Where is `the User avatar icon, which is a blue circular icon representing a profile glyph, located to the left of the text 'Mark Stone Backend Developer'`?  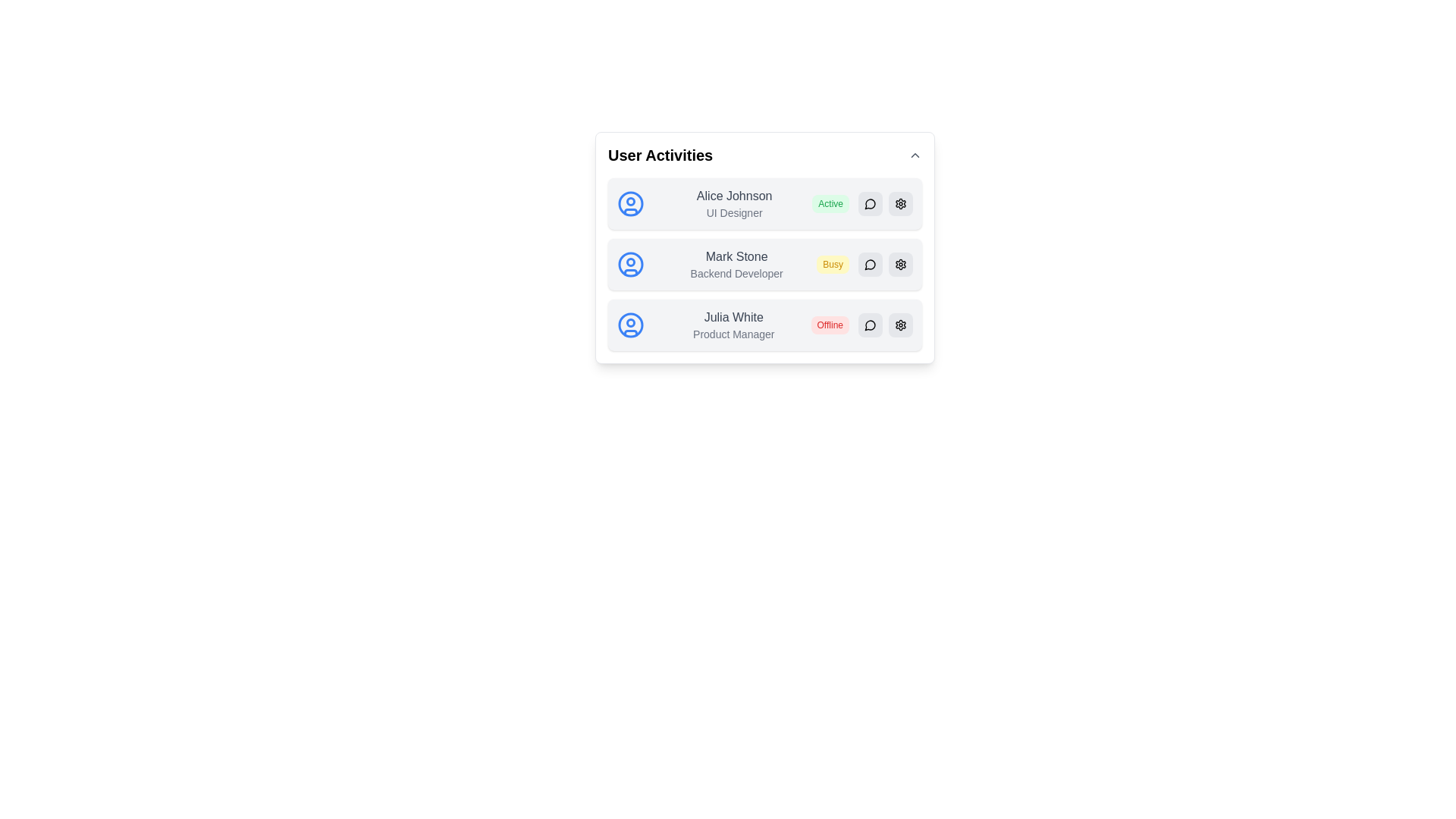
the User avatar icon, which is a blue circular icon representing a profile glyph, located to the left of the text 'Mark Stone Backend Developer' is located at coordinates (630, 263).